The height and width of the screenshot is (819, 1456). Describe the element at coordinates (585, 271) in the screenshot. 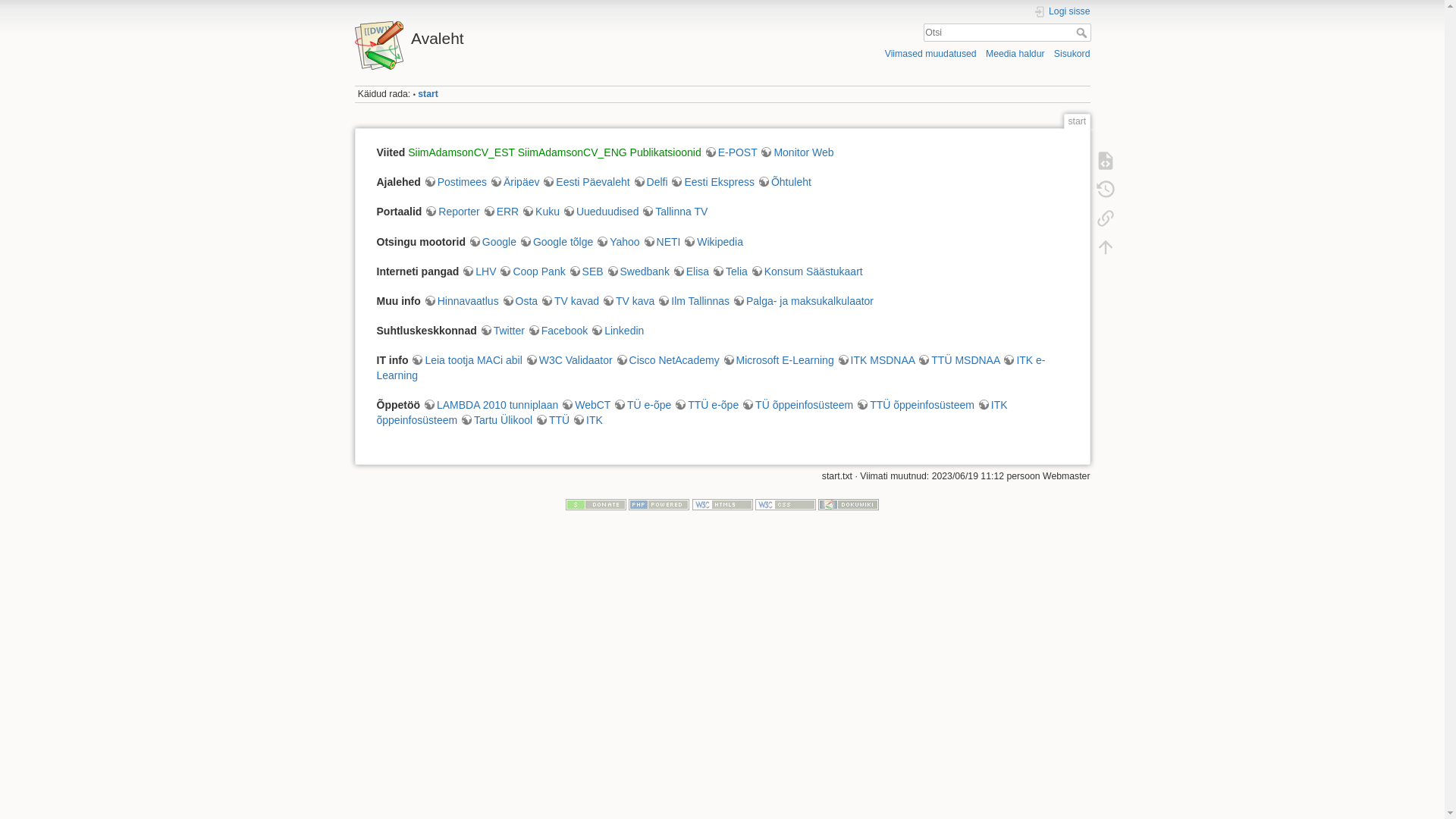

I see `'SEB'` at that location.